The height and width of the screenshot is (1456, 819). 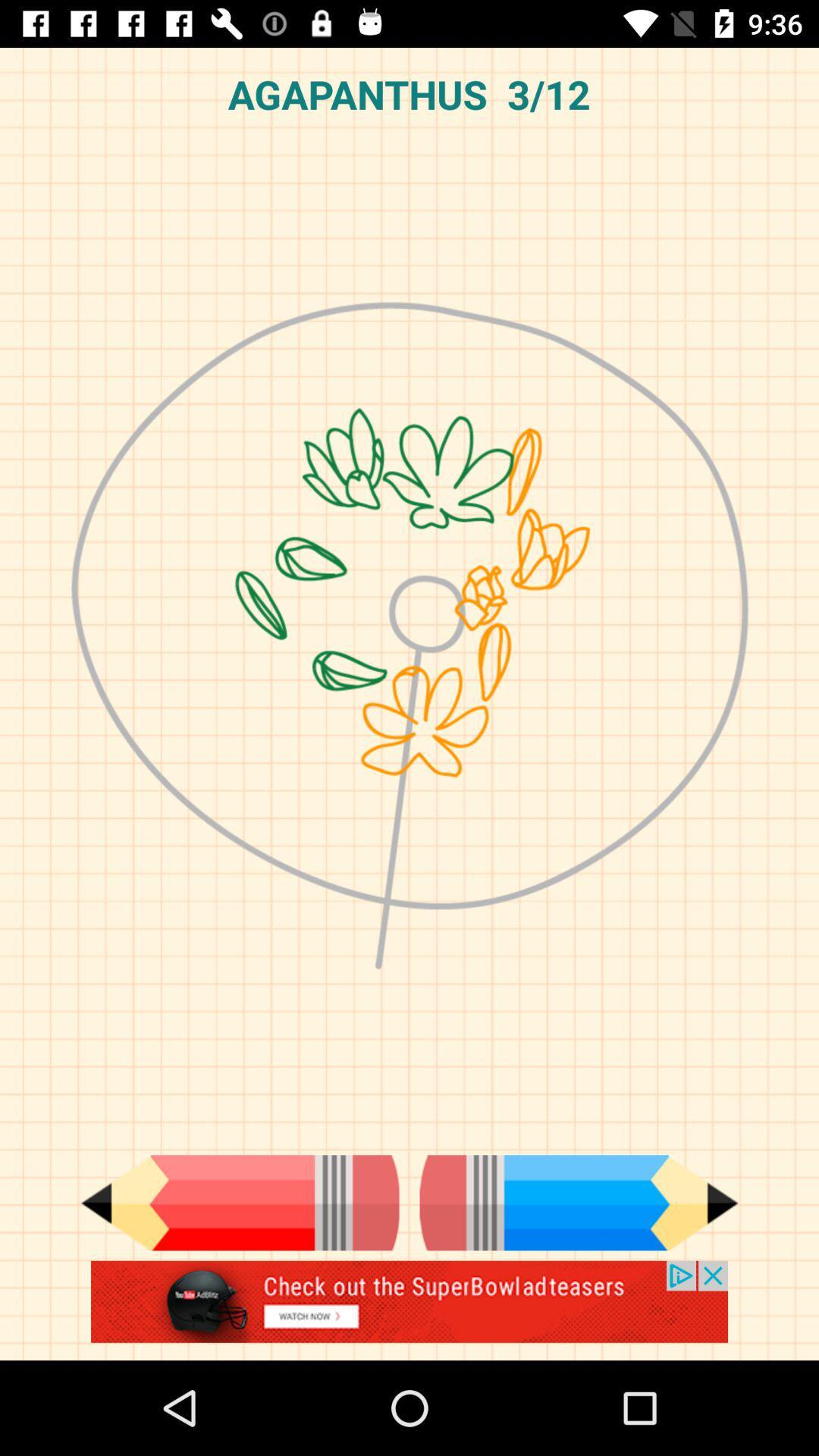 I want to click on advertisement banner, so click(x=409, y=1310).